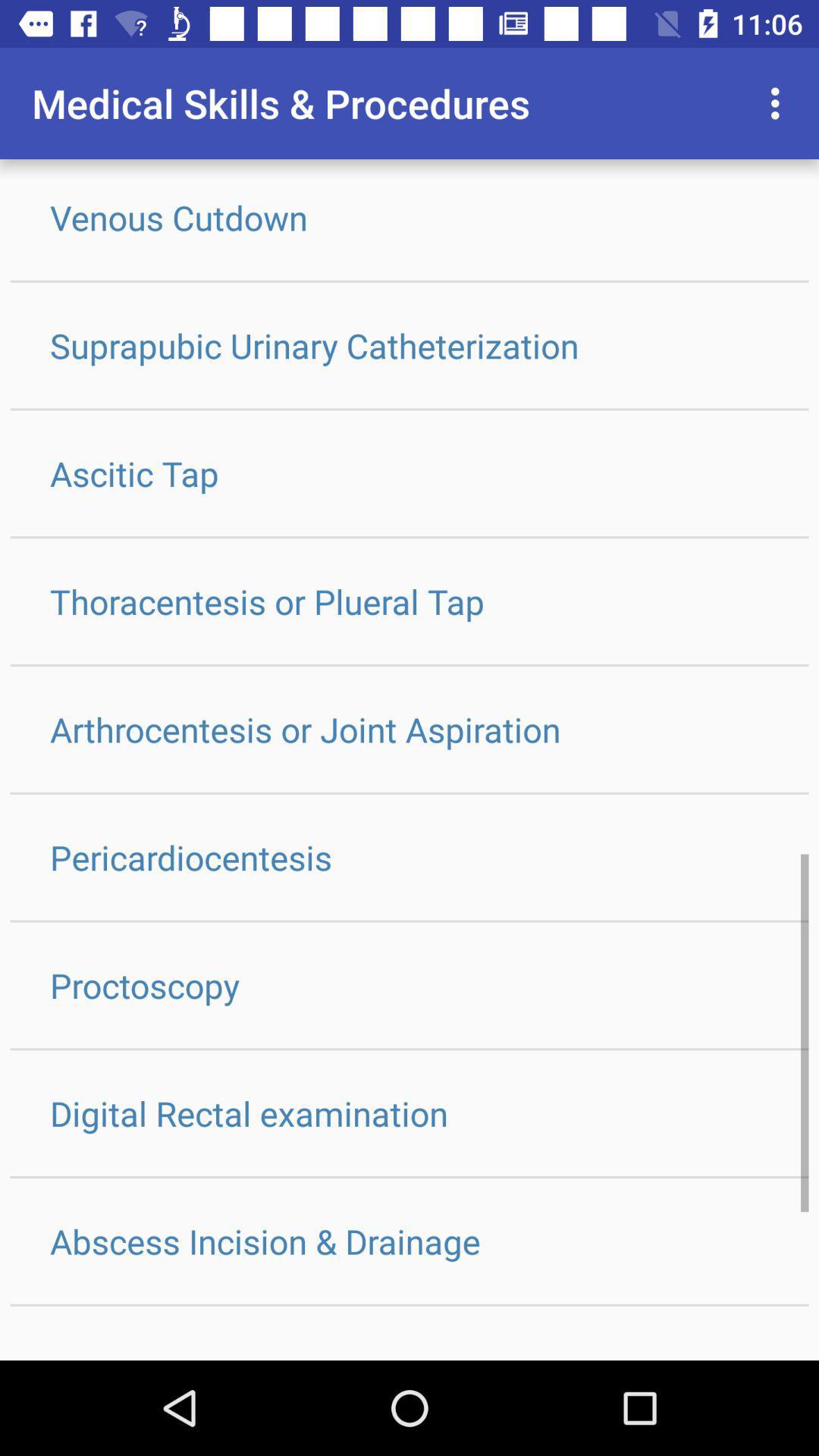 Image resolution: width=819 pixels, height=1456 pixels. Describe the element at coordinates (779, 103) in the screenshot. I see `the 3 dots icon on the top ryt` at that location.